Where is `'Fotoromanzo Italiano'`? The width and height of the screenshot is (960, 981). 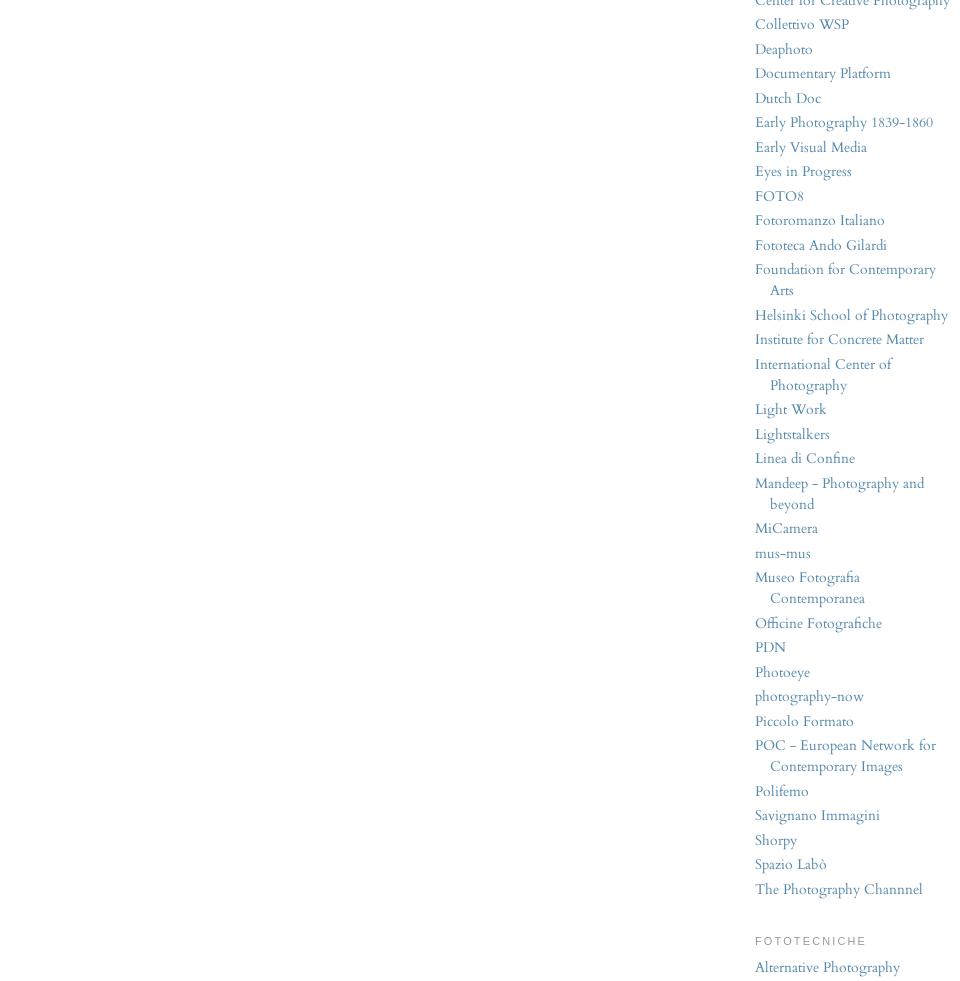 'Fotoromanzo Italiano' is located at coordinates (820, 219).